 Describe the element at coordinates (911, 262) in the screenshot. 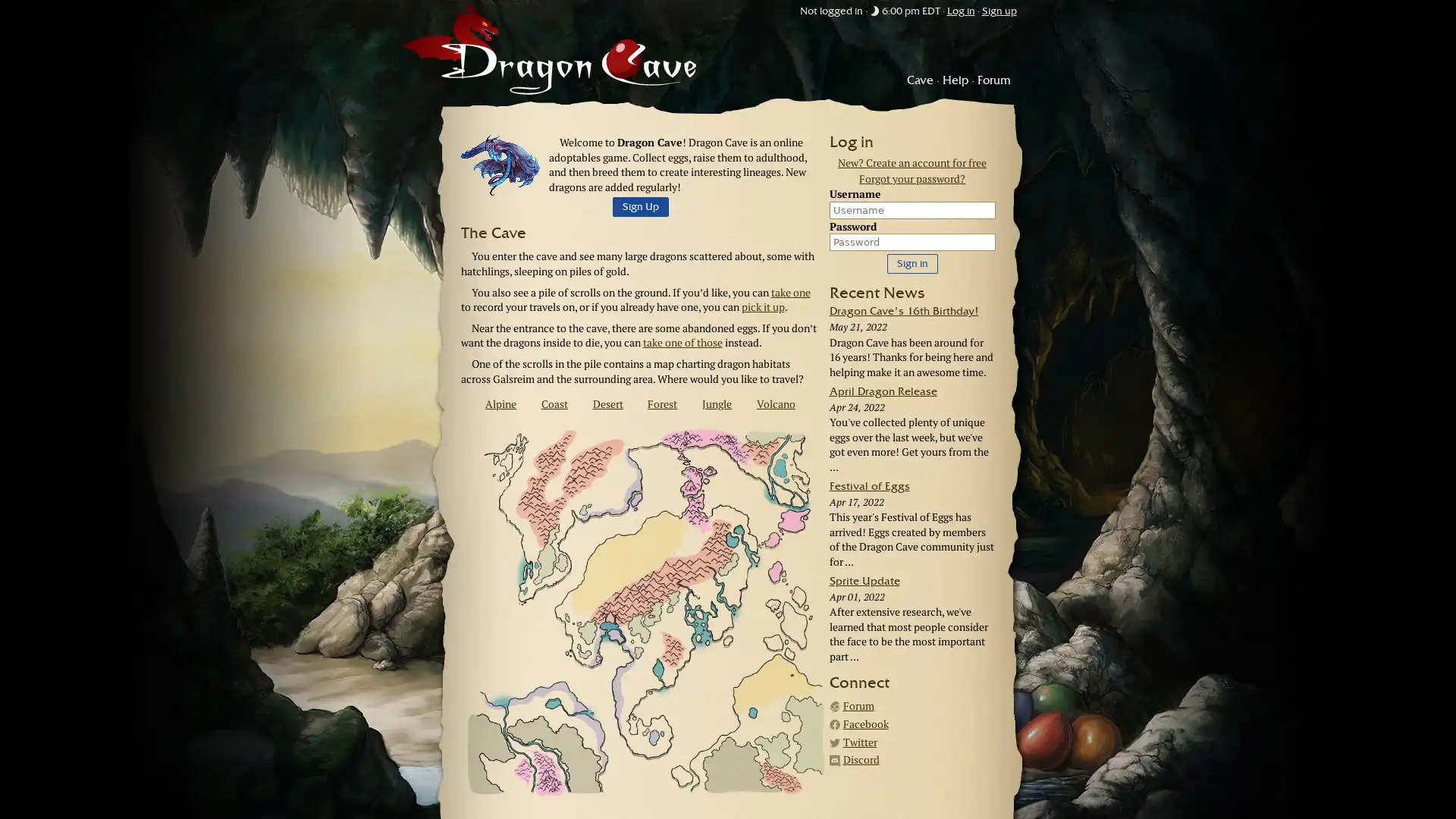

I see `Sign in` at that location.